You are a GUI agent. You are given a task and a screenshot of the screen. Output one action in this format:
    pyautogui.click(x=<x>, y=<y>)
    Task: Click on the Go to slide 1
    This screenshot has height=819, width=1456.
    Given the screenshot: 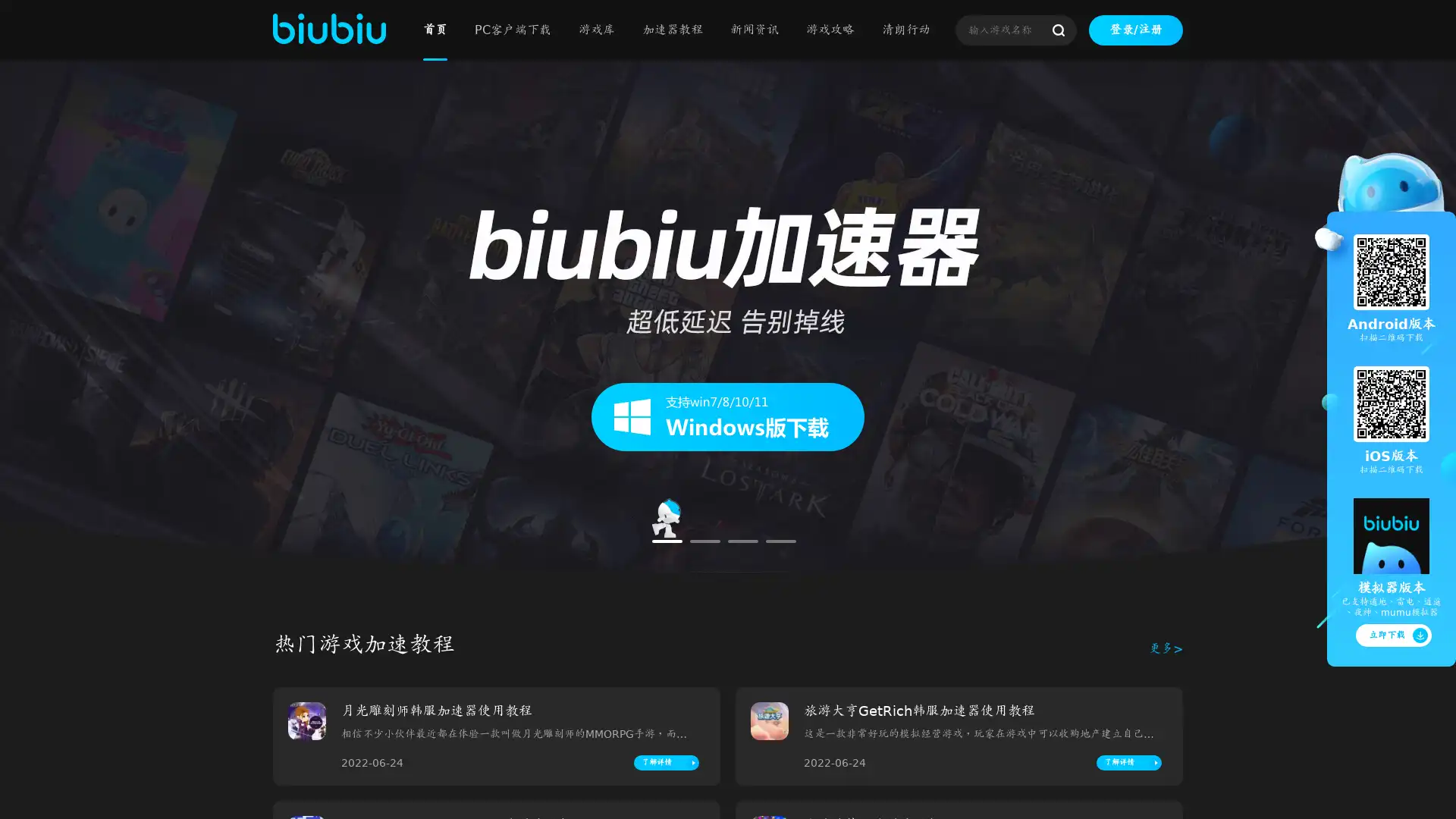 What is the action you would take?
    pyautogui.click(x=667, y=516)
    